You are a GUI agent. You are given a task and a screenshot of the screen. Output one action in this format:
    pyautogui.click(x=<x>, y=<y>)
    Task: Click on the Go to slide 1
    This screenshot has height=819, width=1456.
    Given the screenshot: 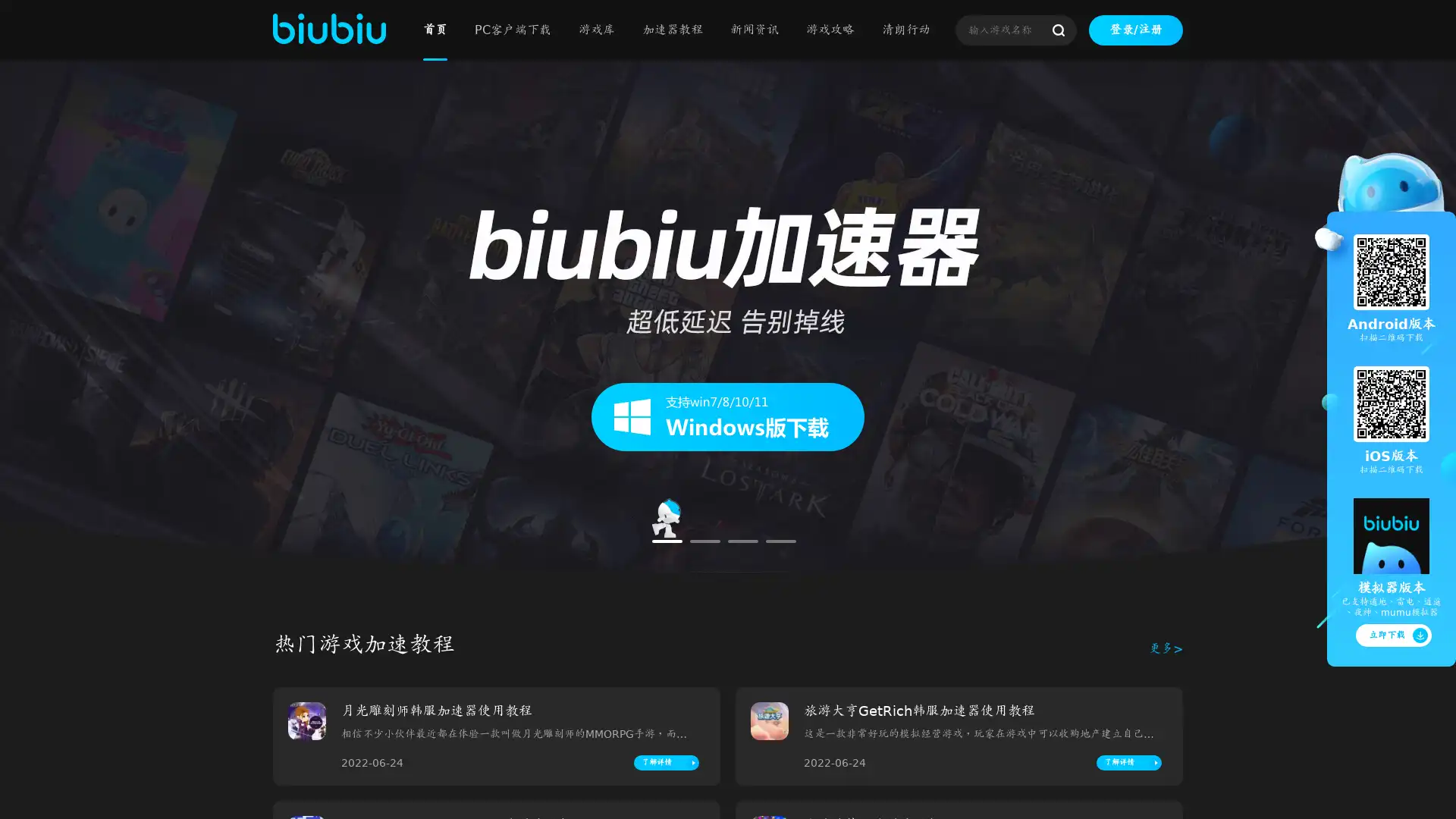 What is the action you would take?
    pyautogui.click(x=667, y=516)
    